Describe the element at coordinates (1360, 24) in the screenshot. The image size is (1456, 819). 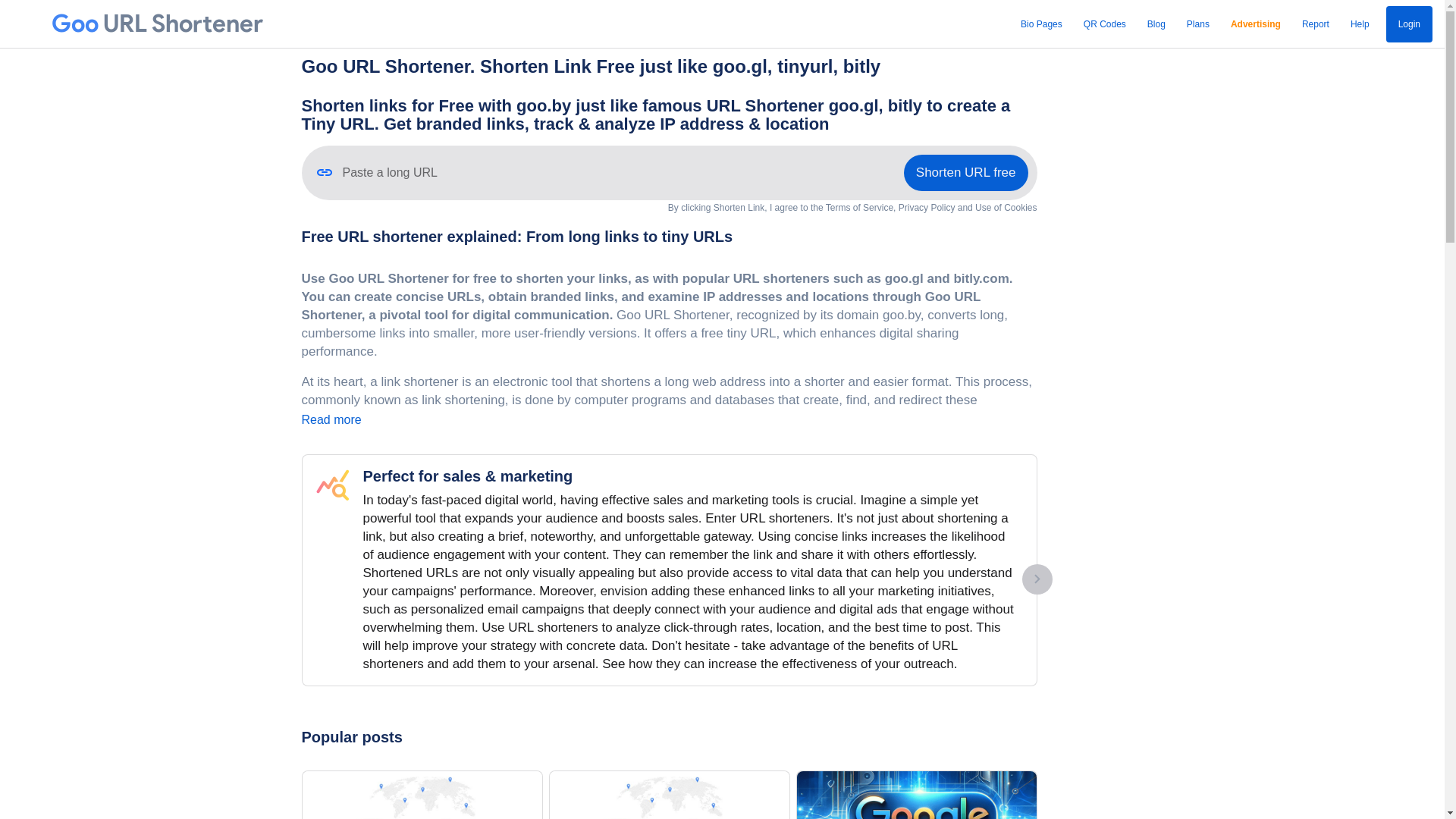
I see `'Help'` at that location.